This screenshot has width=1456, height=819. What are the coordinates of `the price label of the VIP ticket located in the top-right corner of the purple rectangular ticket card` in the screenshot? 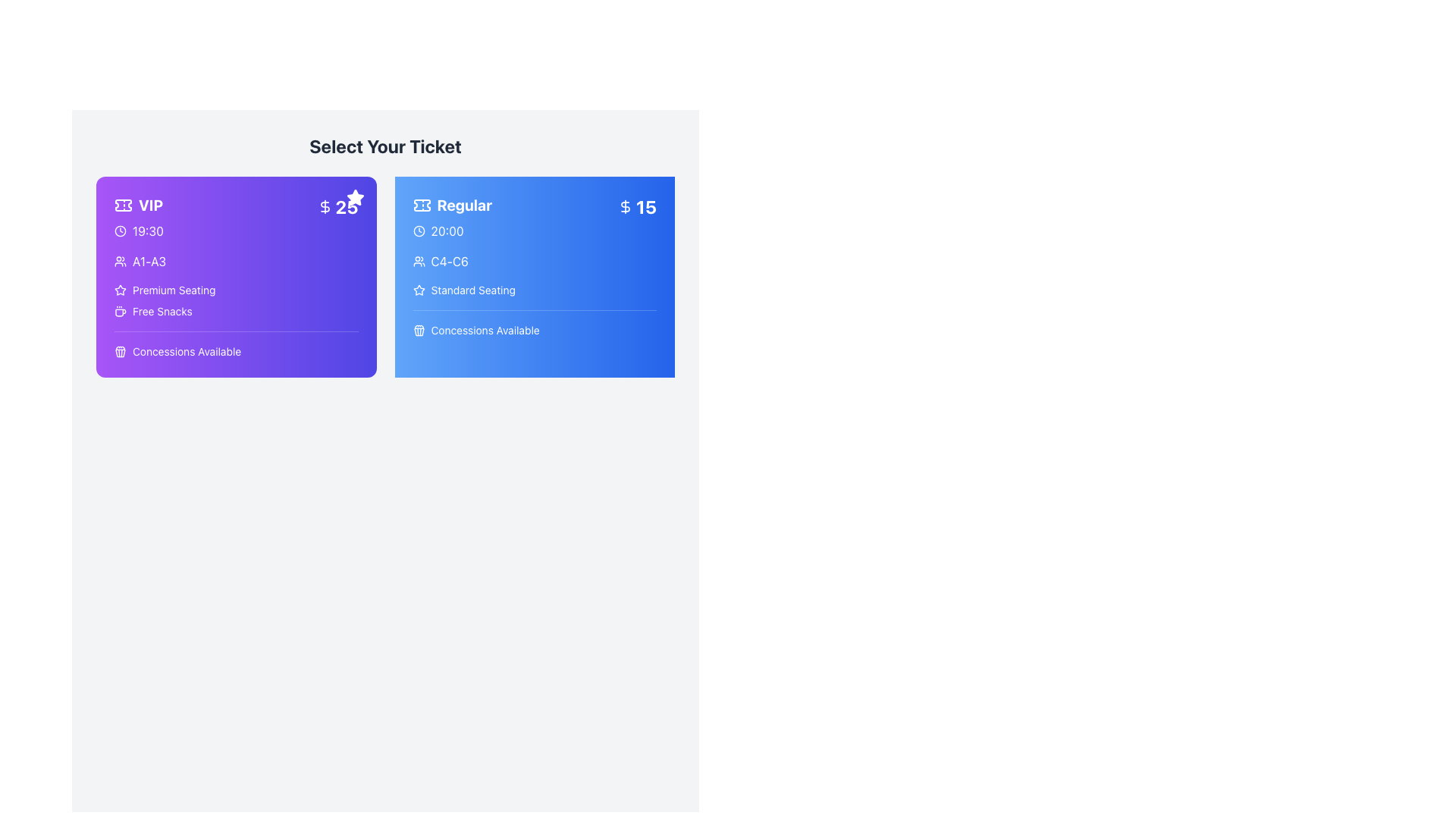 It's located at (337, 207).